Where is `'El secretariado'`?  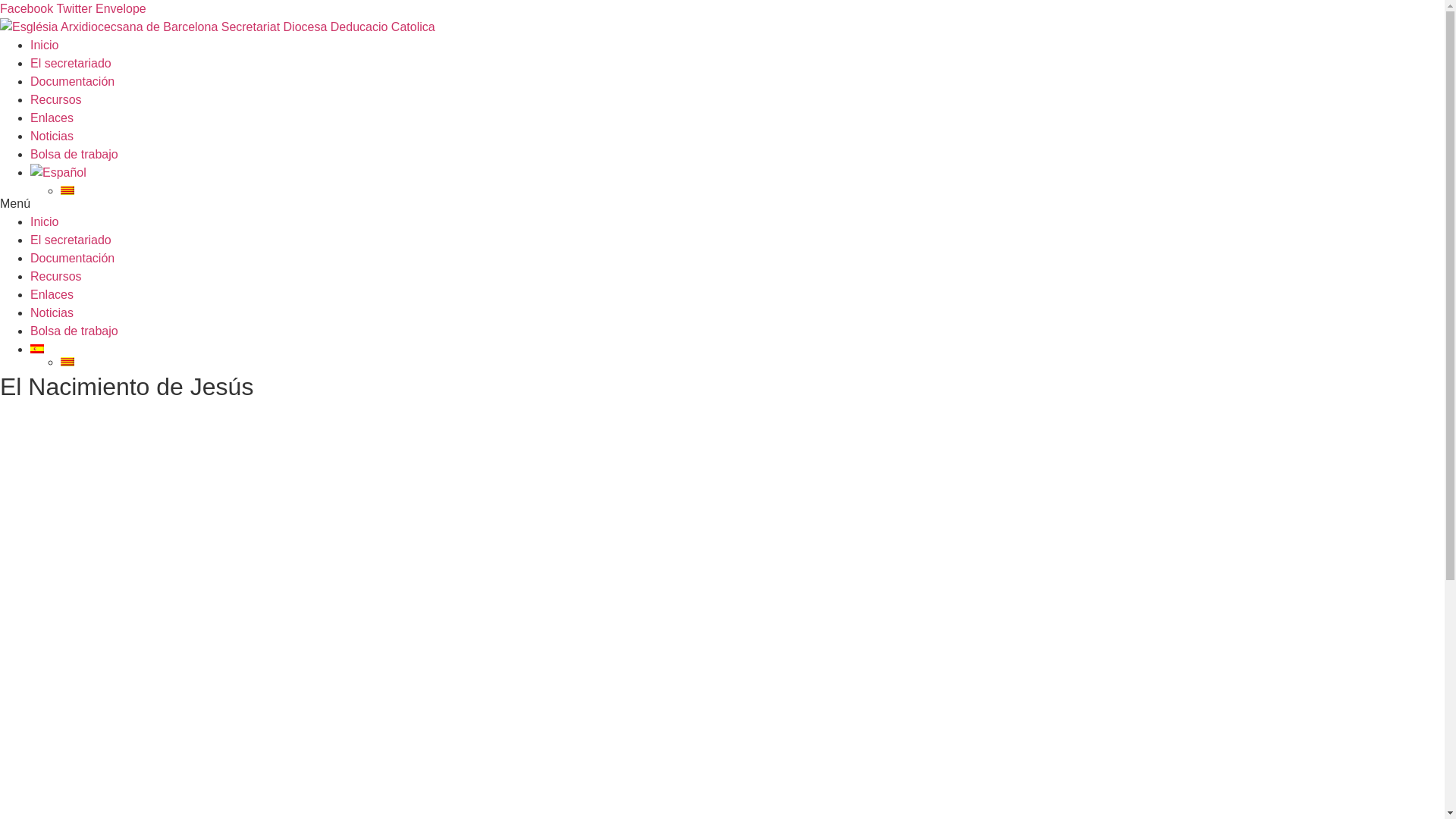 'El secretariado' is located at coordinates (70, 62).